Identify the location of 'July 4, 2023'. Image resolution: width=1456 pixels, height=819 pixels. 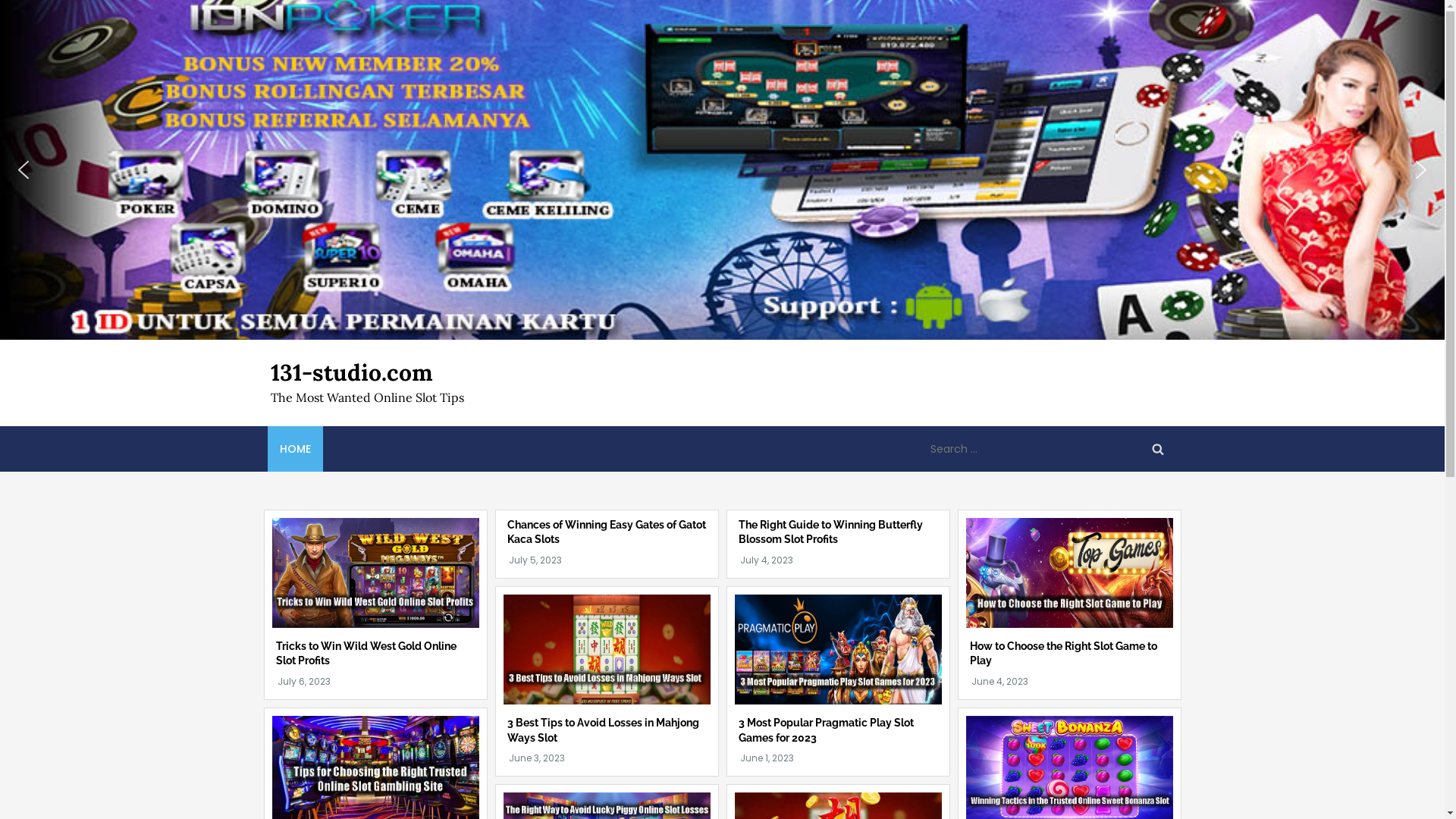
(767, 560).